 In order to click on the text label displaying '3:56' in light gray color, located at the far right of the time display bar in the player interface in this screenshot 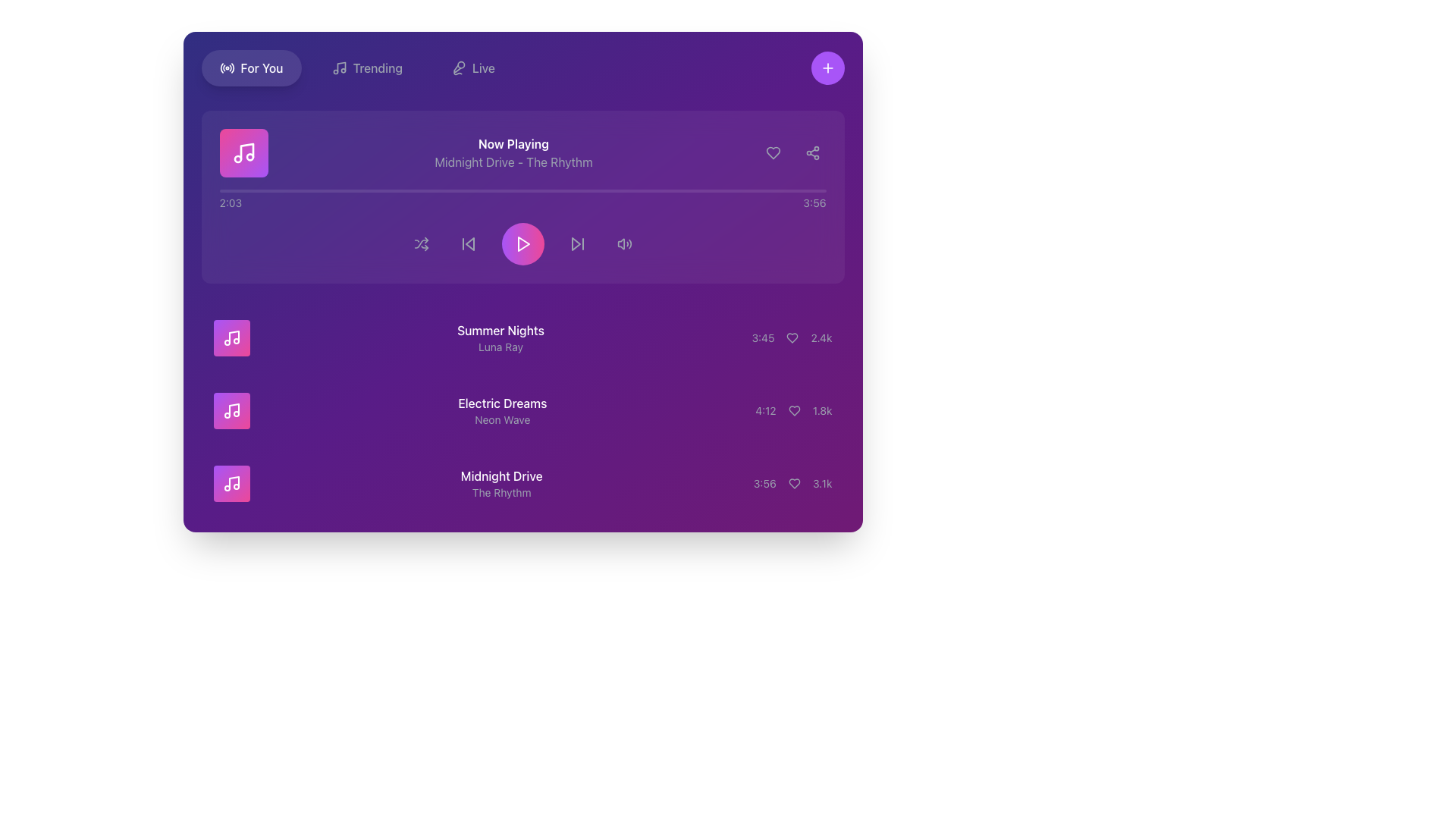, I will do `click(814, 202)`.